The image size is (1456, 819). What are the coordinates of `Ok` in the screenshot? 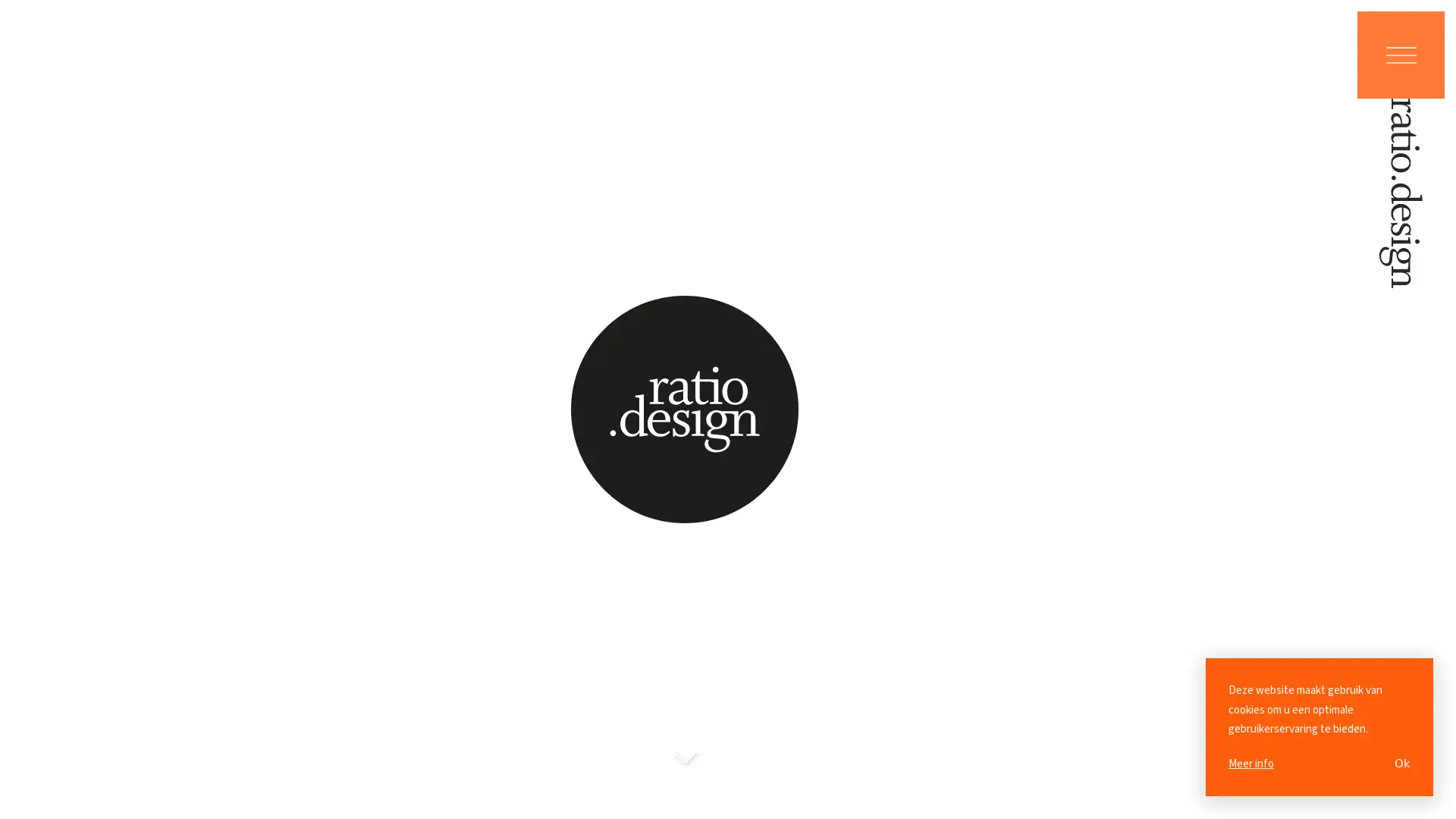 It's located at (1401, 763).